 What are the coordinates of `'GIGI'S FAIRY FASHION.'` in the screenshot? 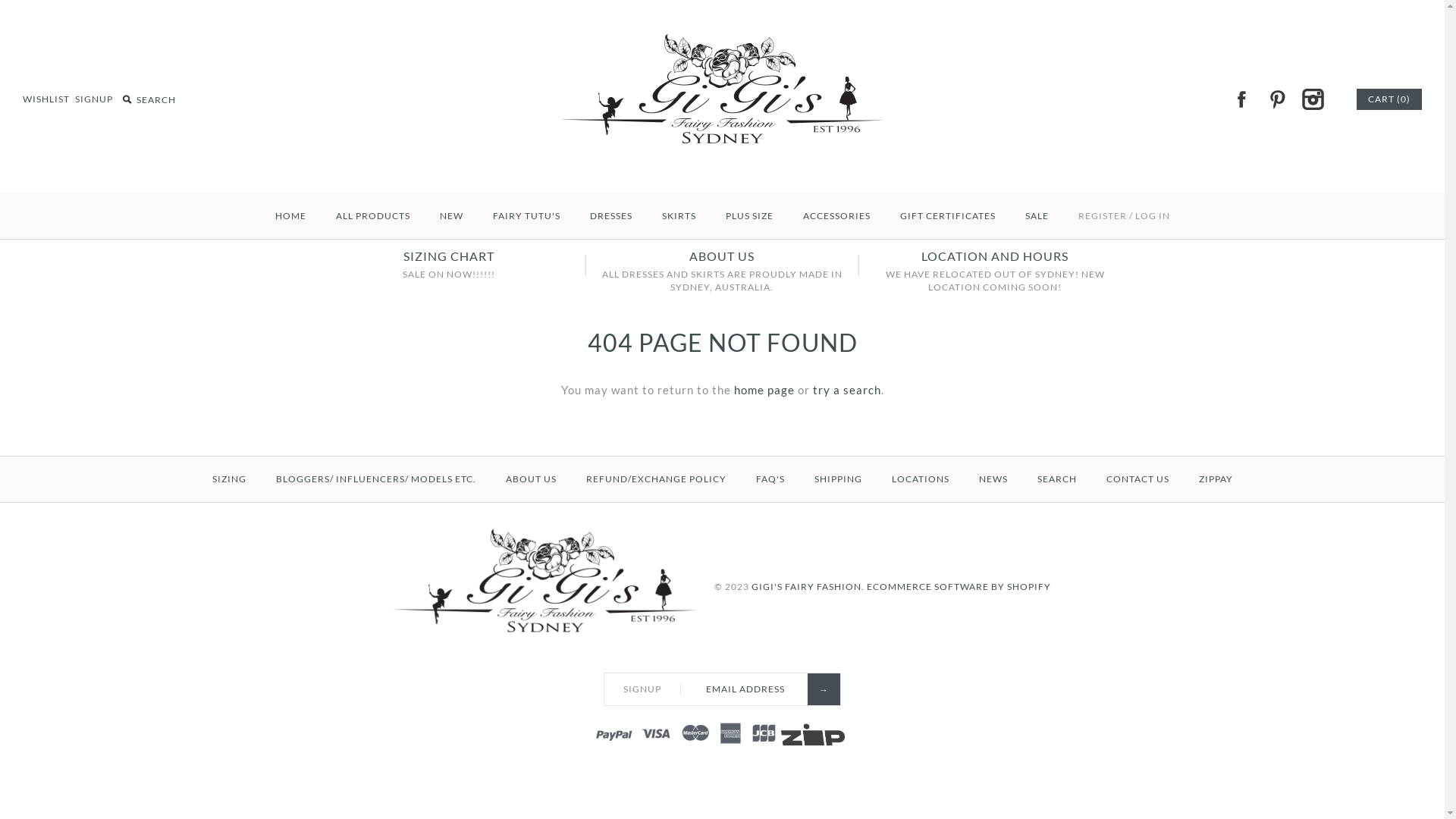 It's located at (807, 585).